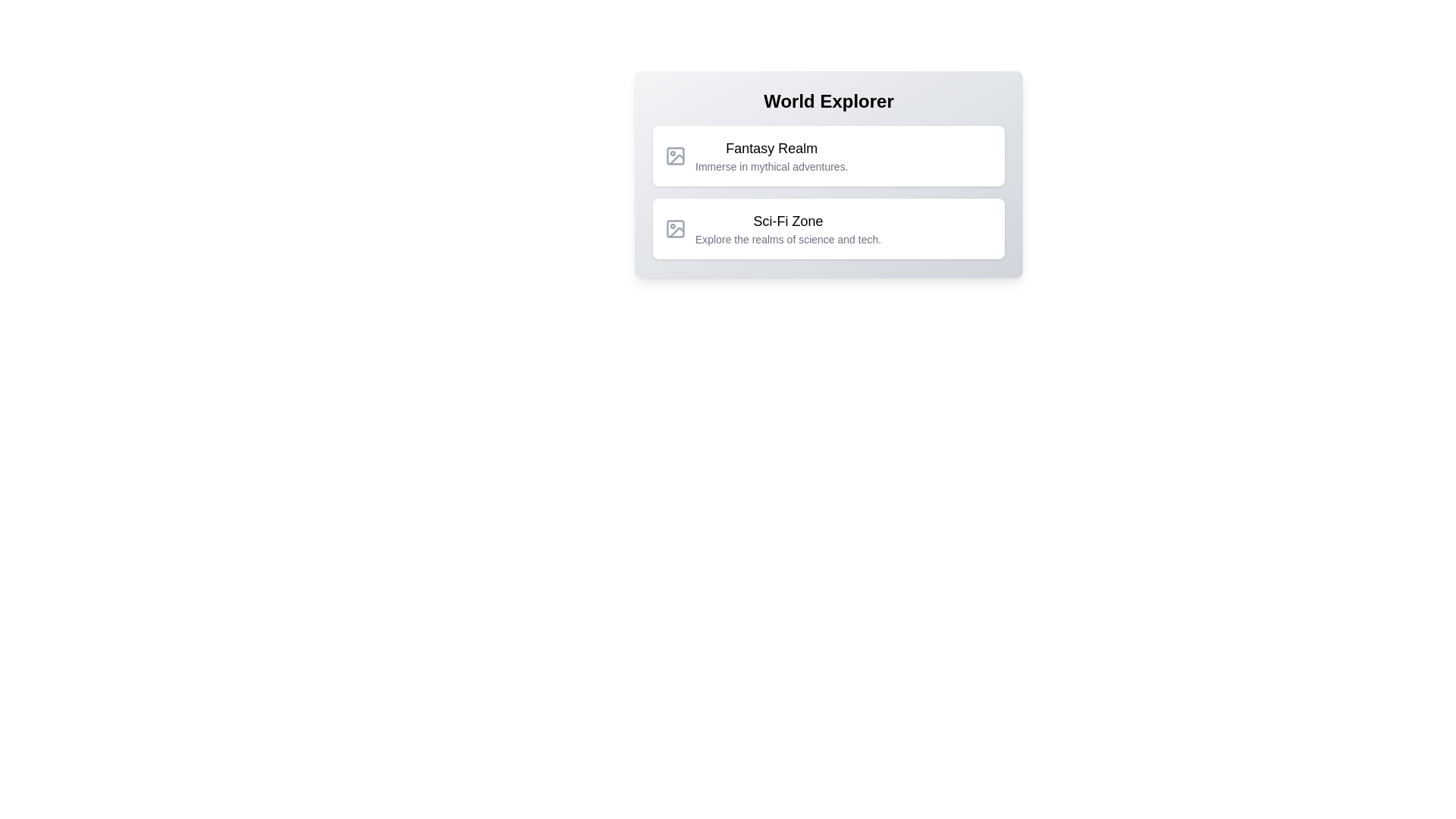 The height and width of the screenshot is (819, 1456). What do you see at coordinates (828, 228) in the screenshot?
I see `the List item titled 'Sci-Fi Zone' with a subtitle 'Explore the realms of science and tech.' located in the 'World Explorer' section` at bounding box center [828, 228].